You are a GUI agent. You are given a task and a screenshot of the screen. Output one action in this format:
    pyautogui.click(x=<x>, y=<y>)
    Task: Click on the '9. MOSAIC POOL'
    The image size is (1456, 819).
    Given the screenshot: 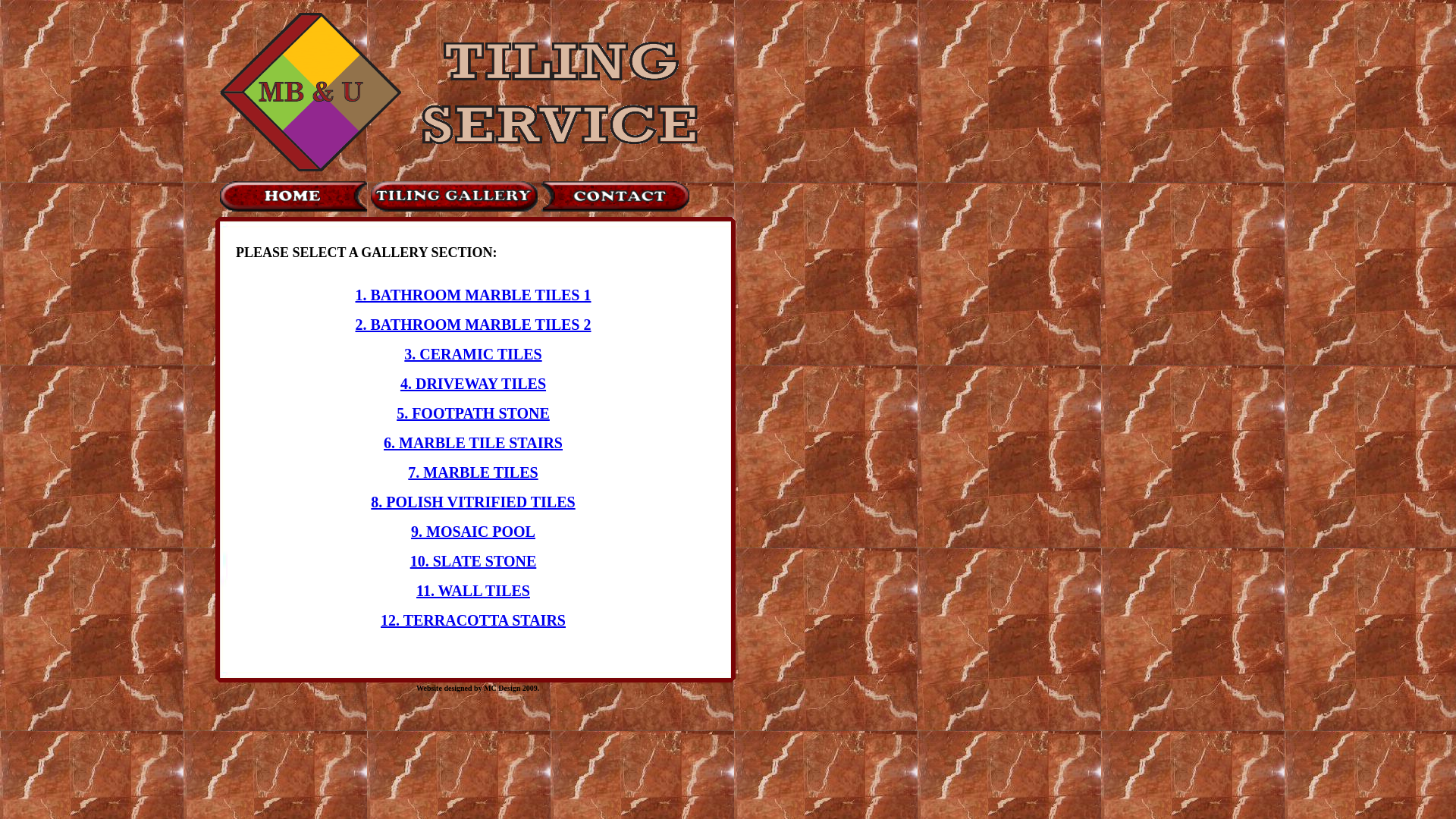 What is the action you would take?
    pyautogui.click(x=411, y=531)
    